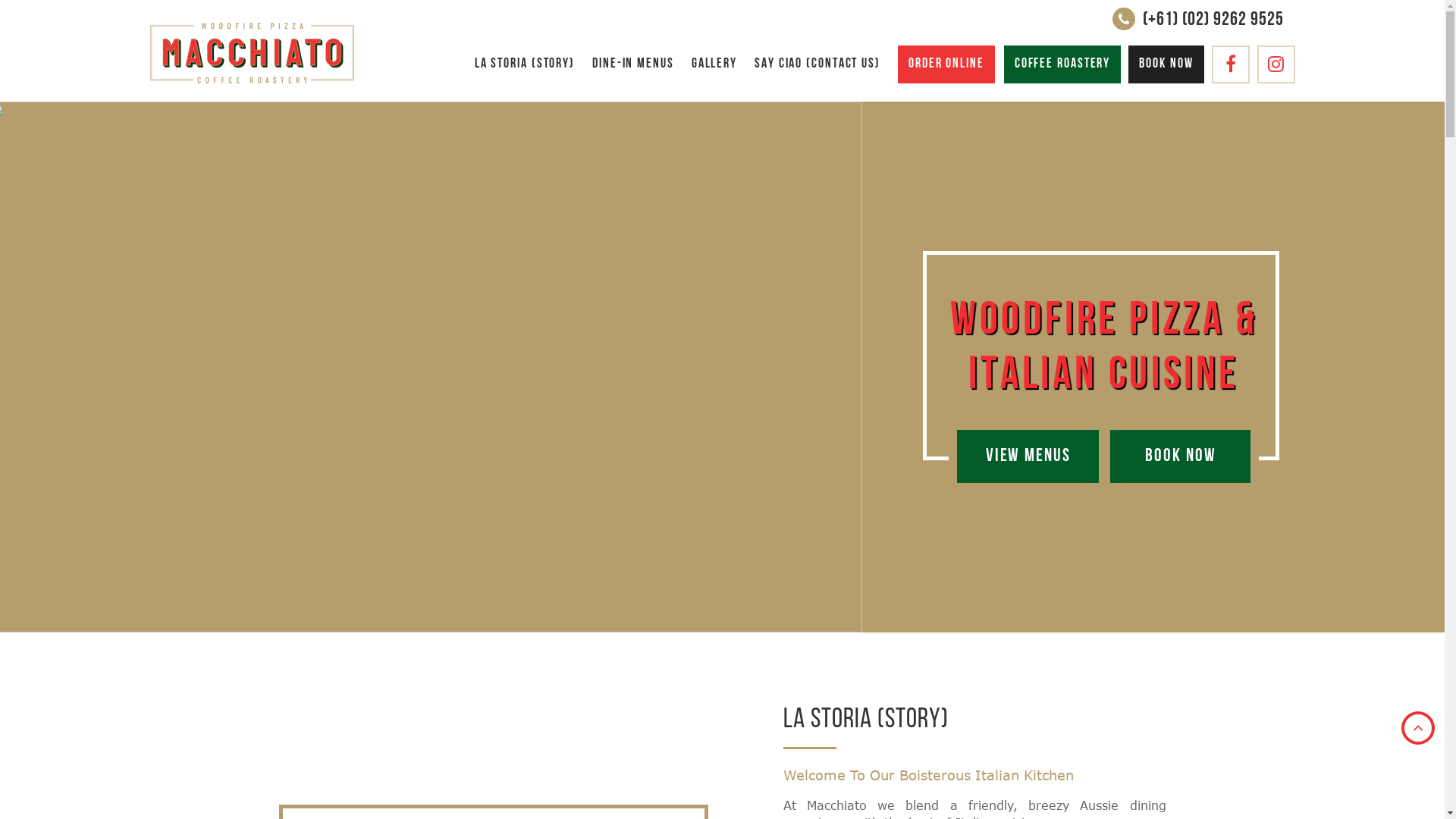 Image resolution: width=1456 pixels, height=819 pixels. What do you see at coordinates (1028, 455) in the screenshot?
I see `'View Menus'` at bounding box center [1028, 455].